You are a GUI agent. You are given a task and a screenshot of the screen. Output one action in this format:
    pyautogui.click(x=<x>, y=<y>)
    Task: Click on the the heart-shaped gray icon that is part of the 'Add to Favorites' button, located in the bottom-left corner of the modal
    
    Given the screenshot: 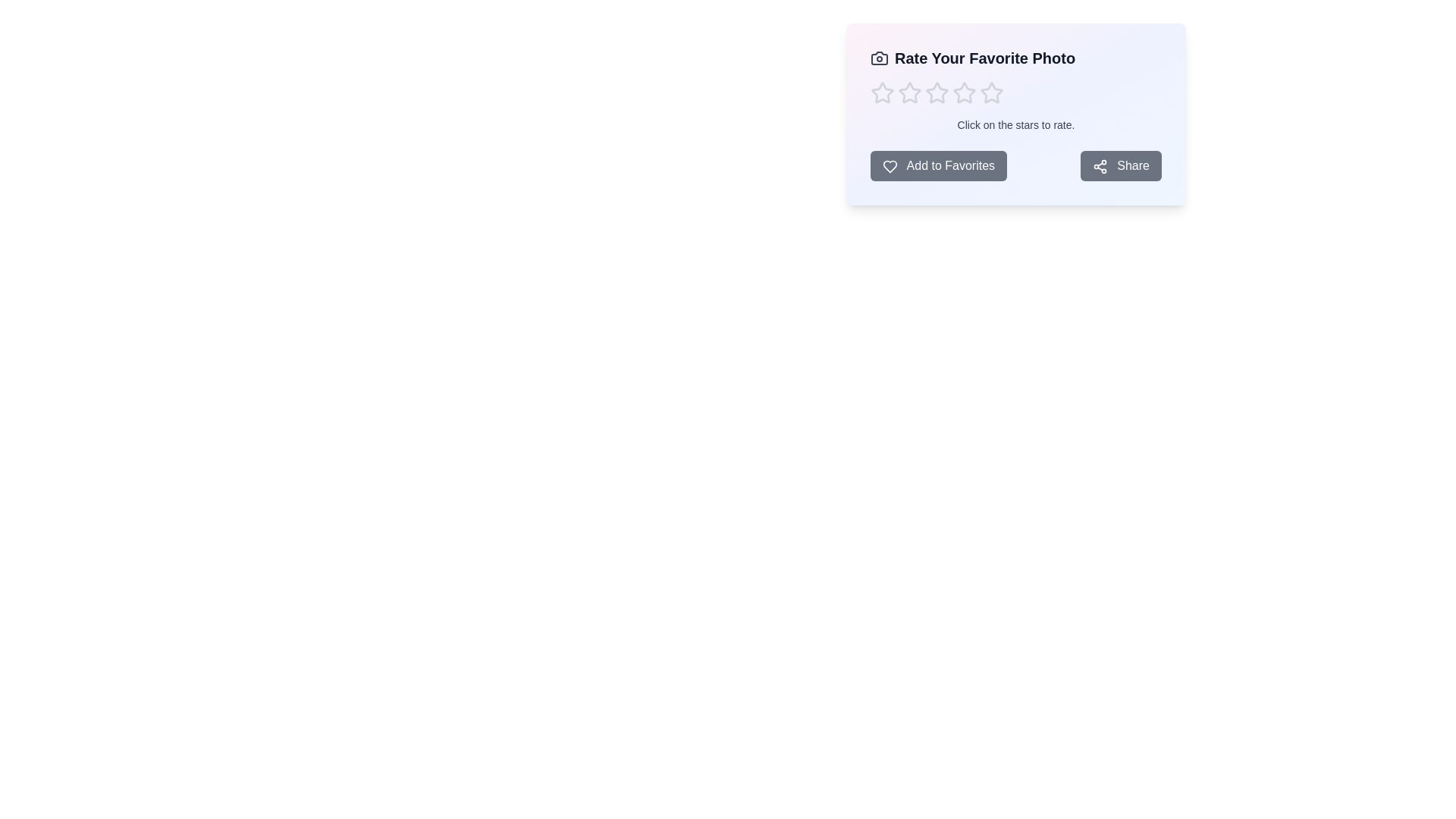 What is the action you would take?
    pyautogui.click(x=890, y=166)
    